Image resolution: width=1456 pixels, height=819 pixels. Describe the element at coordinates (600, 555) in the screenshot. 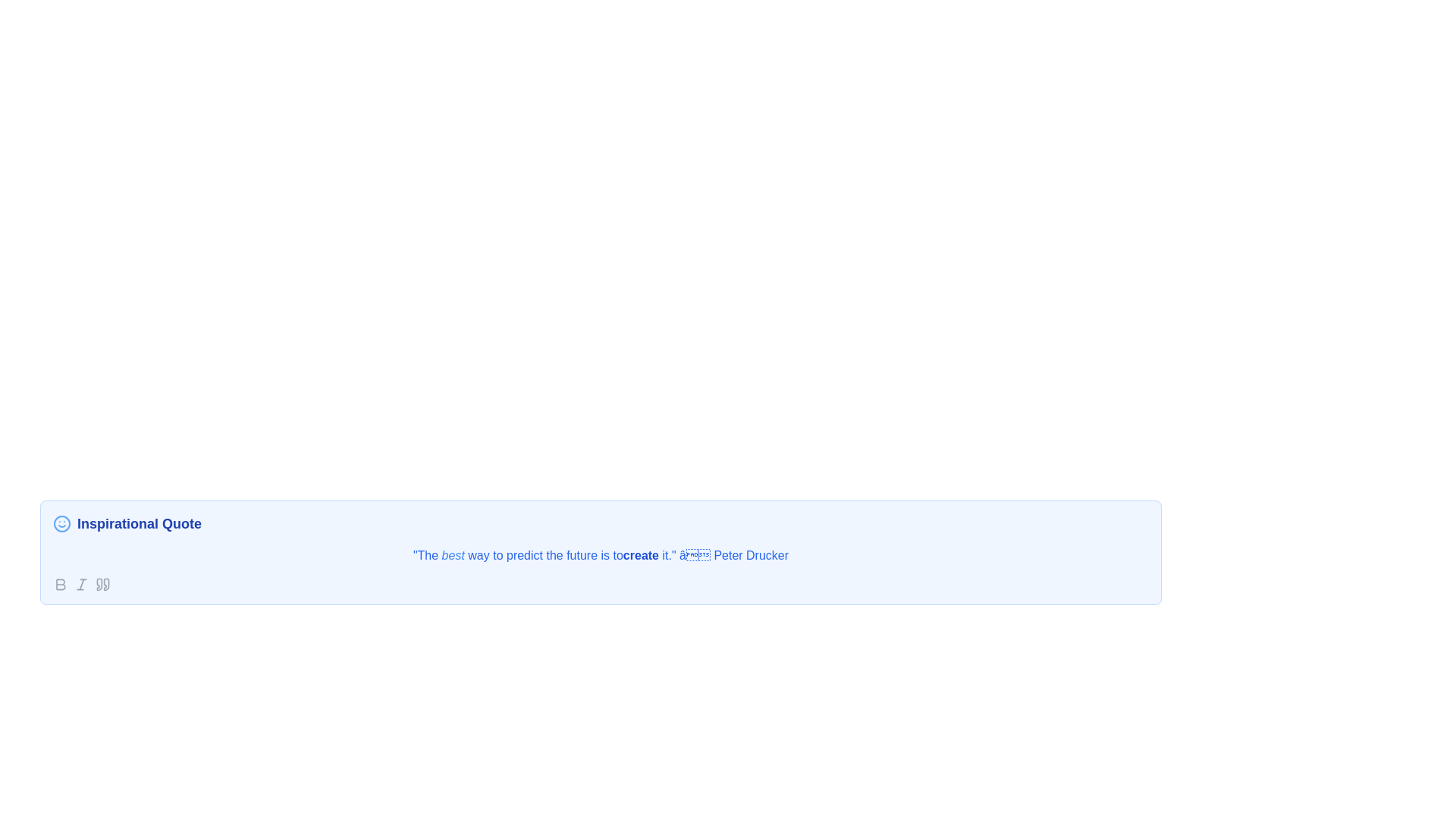

I see `quote text styled in blue color that states: 'The best way to predict the future is to create it.' – Peter Drucker, located in the blue-themed card below the header 'Inspirational Quote'` at that location.